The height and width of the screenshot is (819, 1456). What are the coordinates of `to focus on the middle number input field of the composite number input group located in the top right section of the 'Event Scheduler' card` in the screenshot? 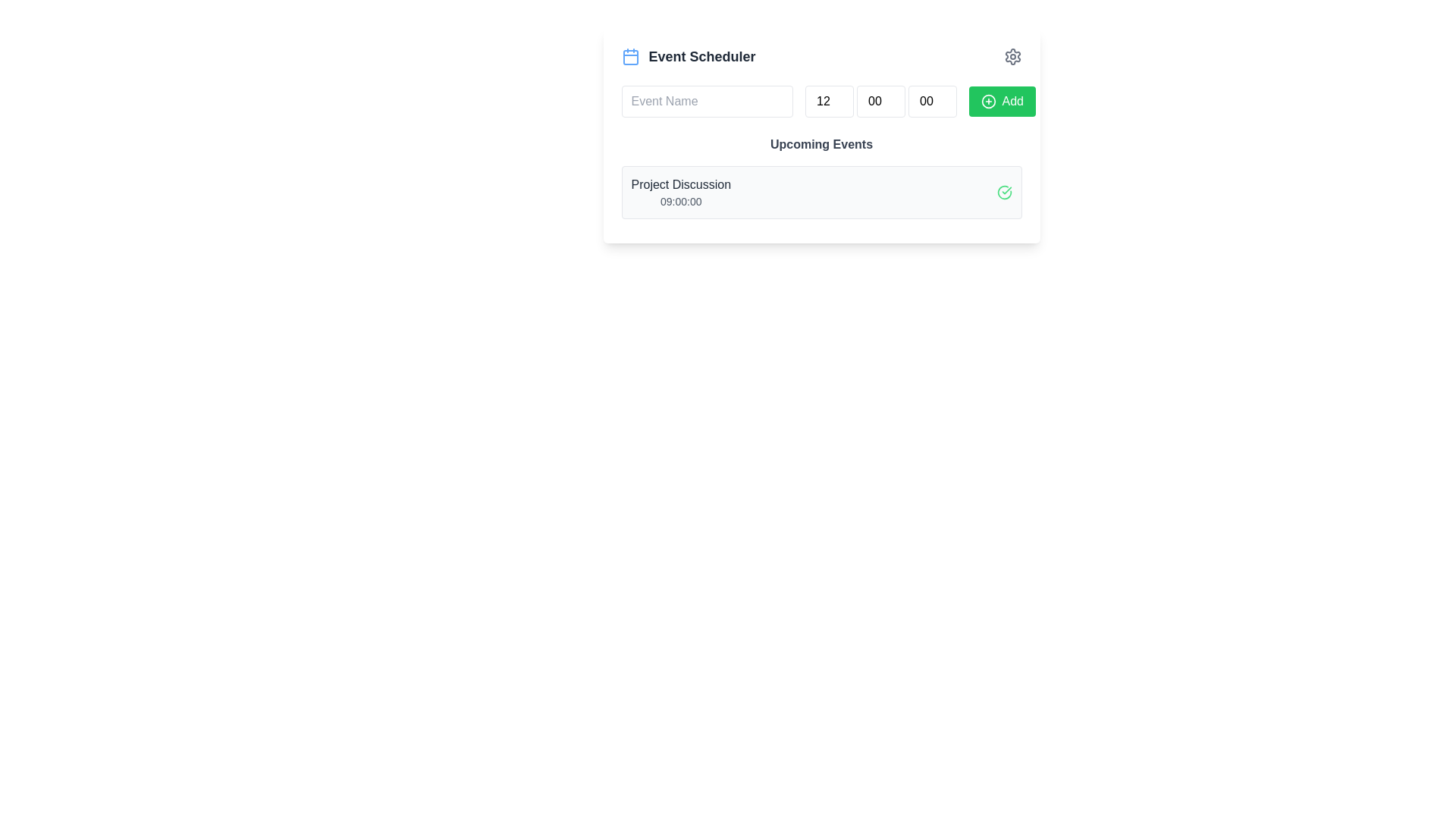 It's located at (880, 102).